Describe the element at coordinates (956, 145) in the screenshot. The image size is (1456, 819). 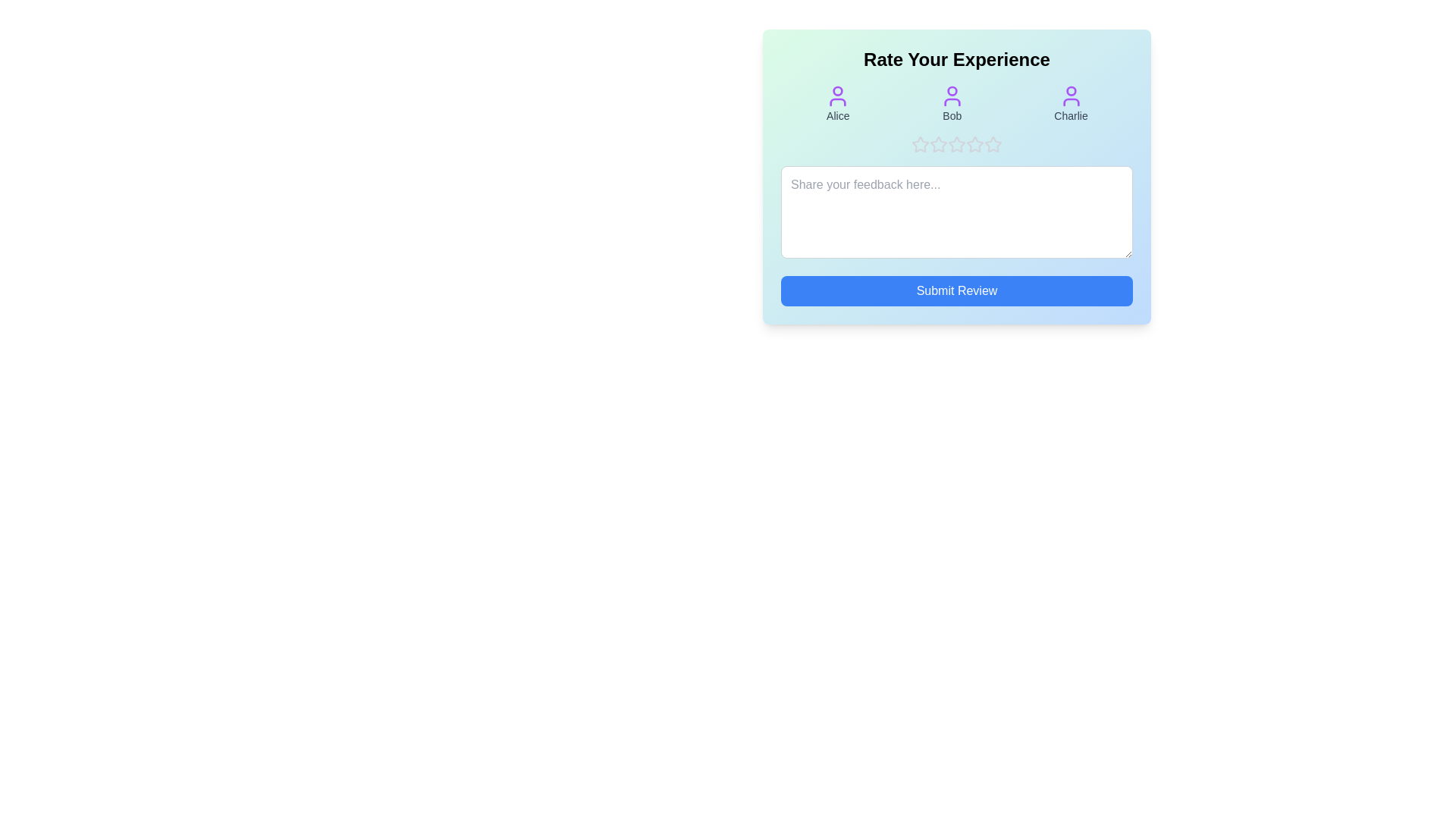
I see `the product rating to 3 stars by clicking on the corresponding star` at that location.